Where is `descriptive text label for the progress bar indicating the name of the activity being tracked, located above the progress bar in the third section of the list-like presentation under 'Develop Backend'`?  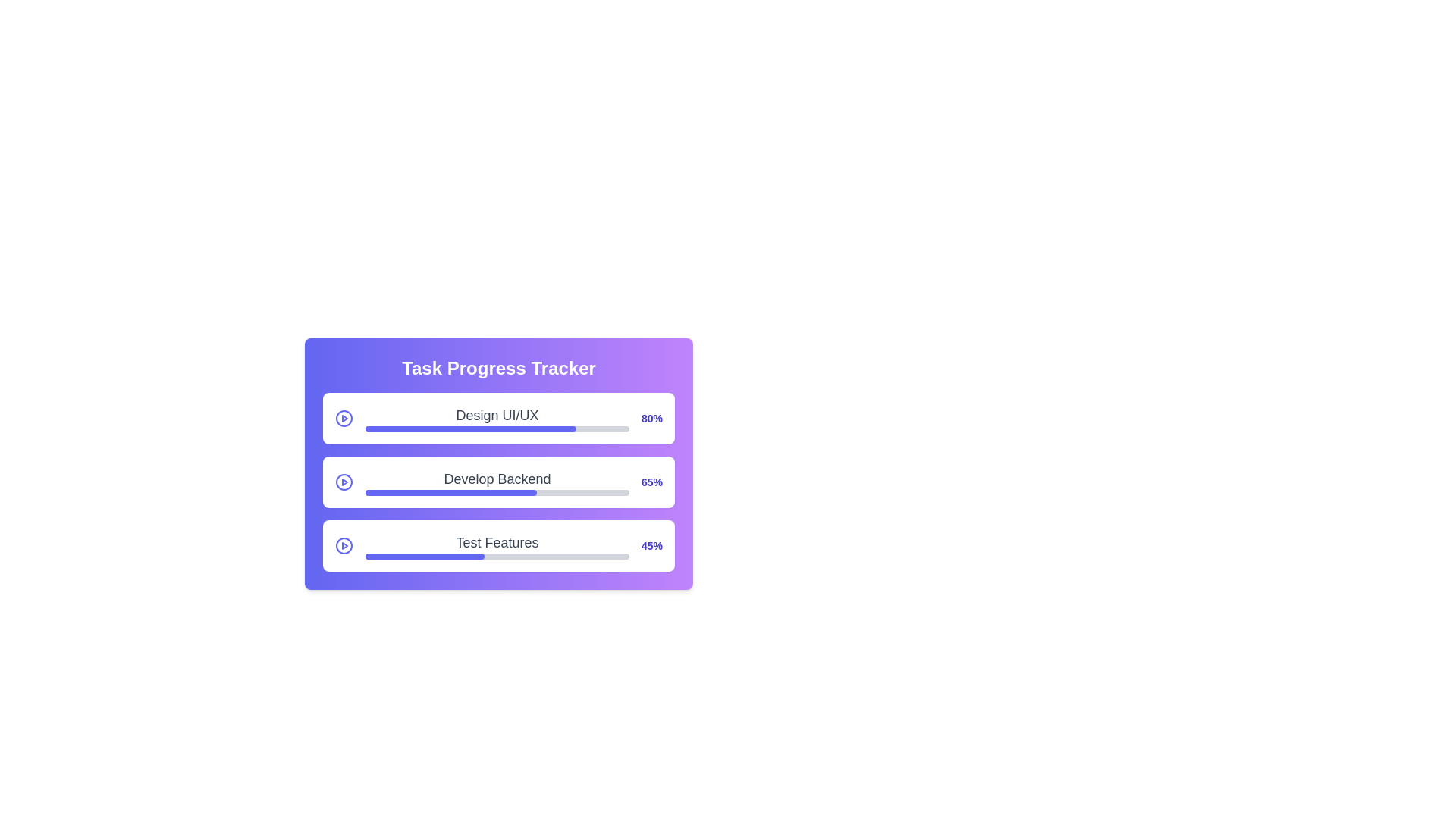
descriptive text label for the progress bar indicating the name of the activity being tracked, located above the progress bar in the third section of the list-like presentation under 'Develop Backend' is located at coordinates (497, 542).